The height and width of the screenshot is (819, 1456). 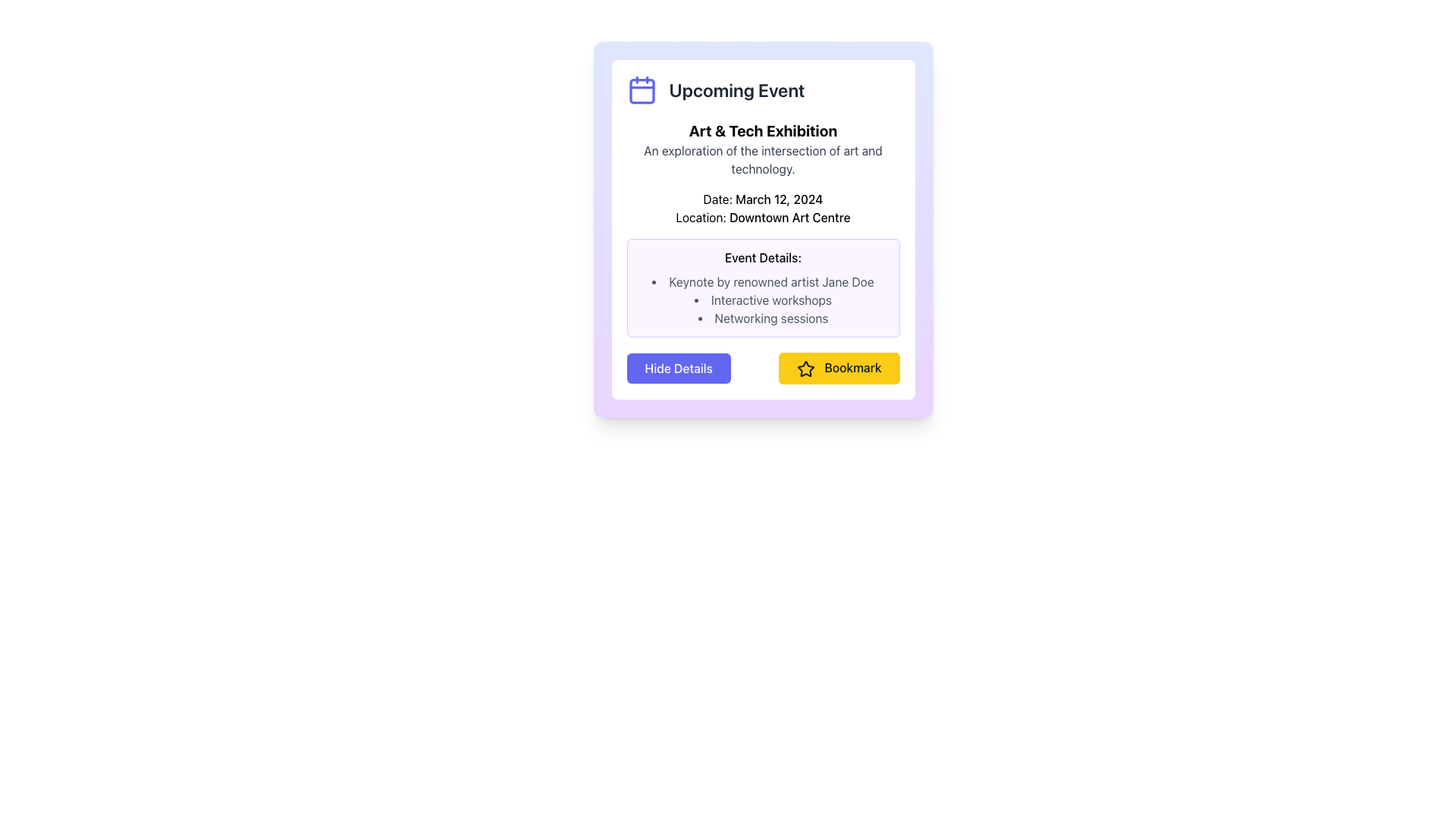 I want to click on the text label 'Event Details:' which is styled in bold and serves as a heading for the event details section, so click(x=763, y=256).